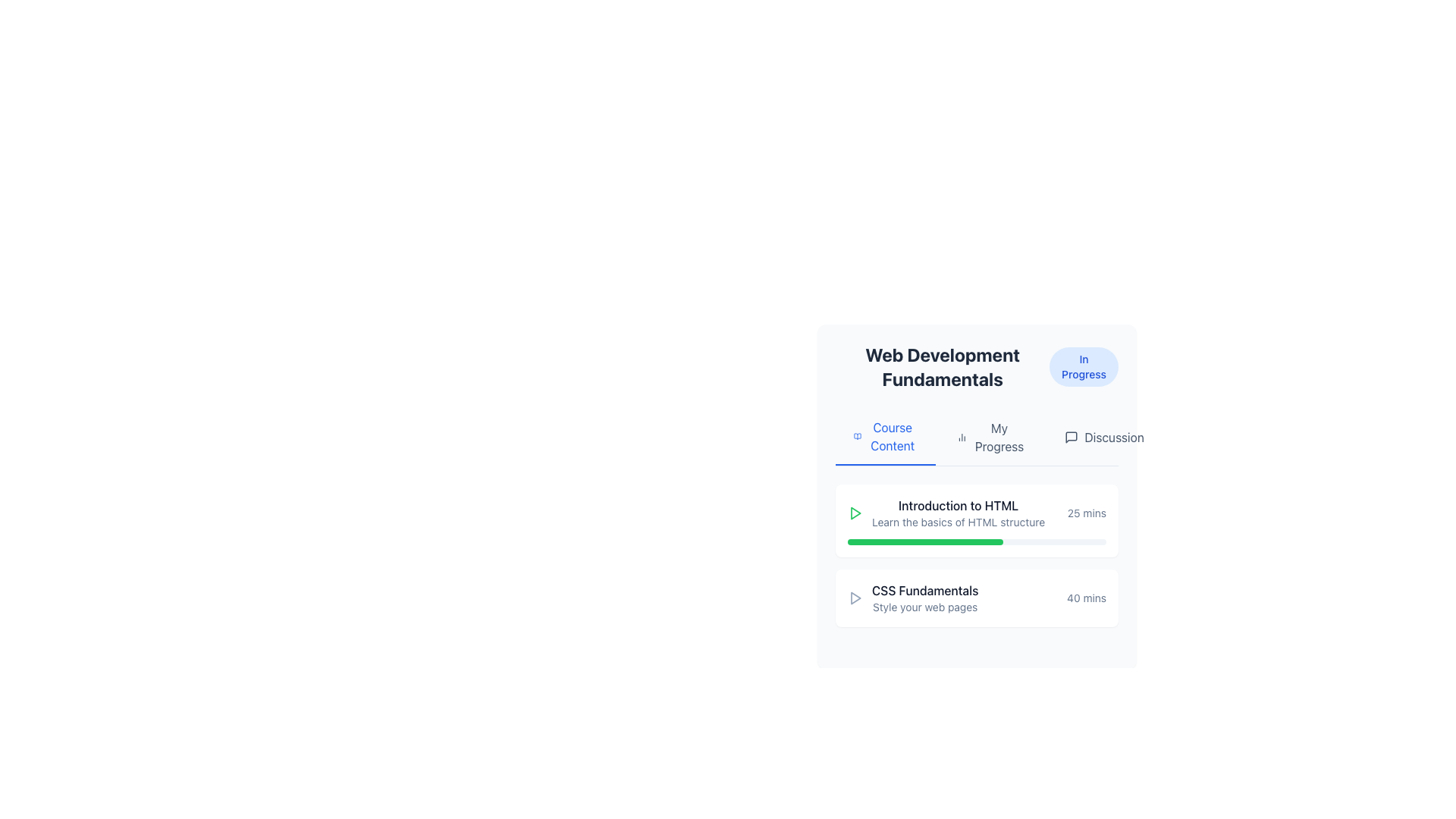 Image resolution: width=1456 pixels, height=819 pixels. I want to click on progress bar completion, so click(902, 541).